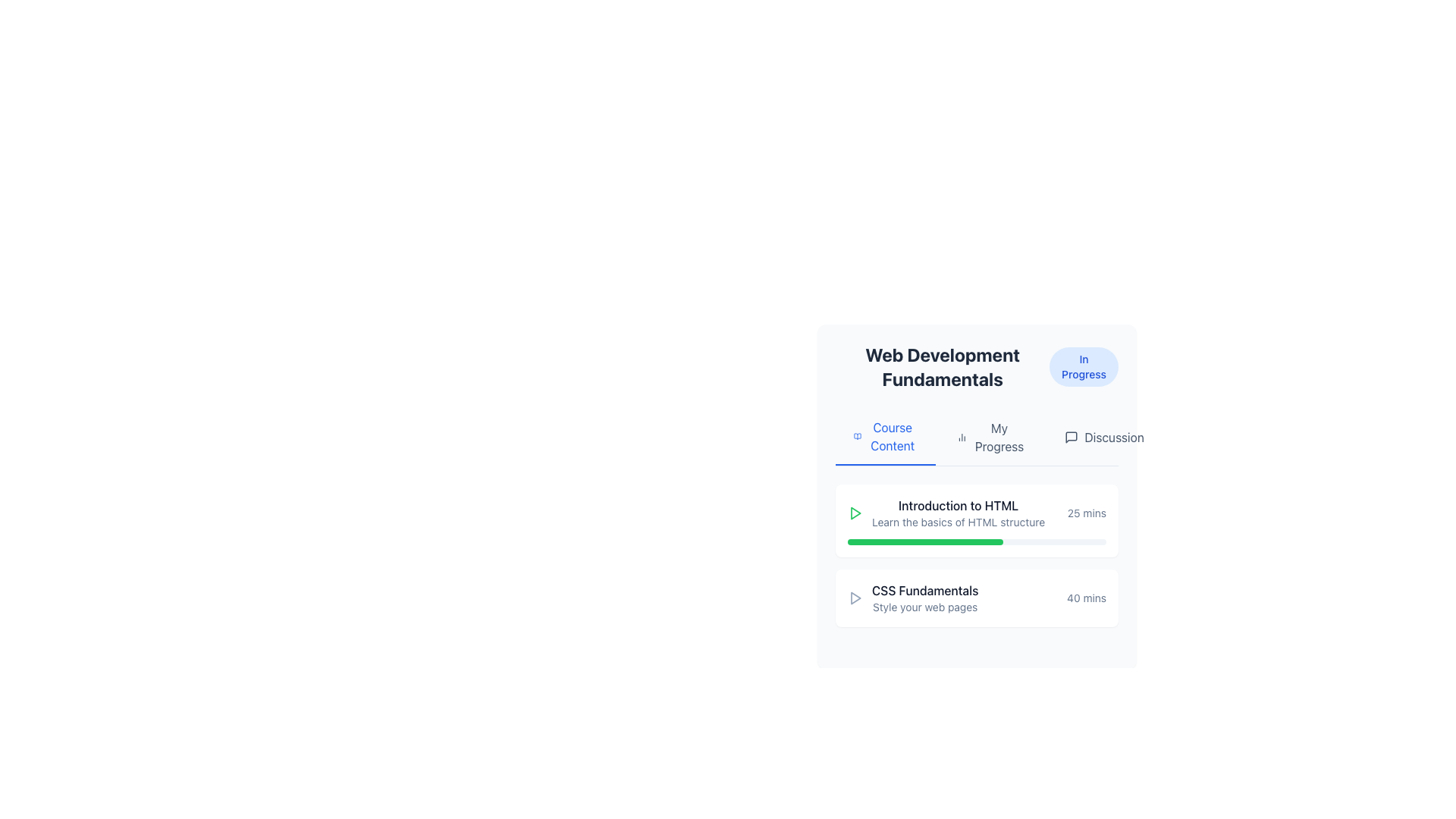 Image resolution: width=1456 pixels, height=819 pixels. I want to click on progress bar completion, so click(902, 541).